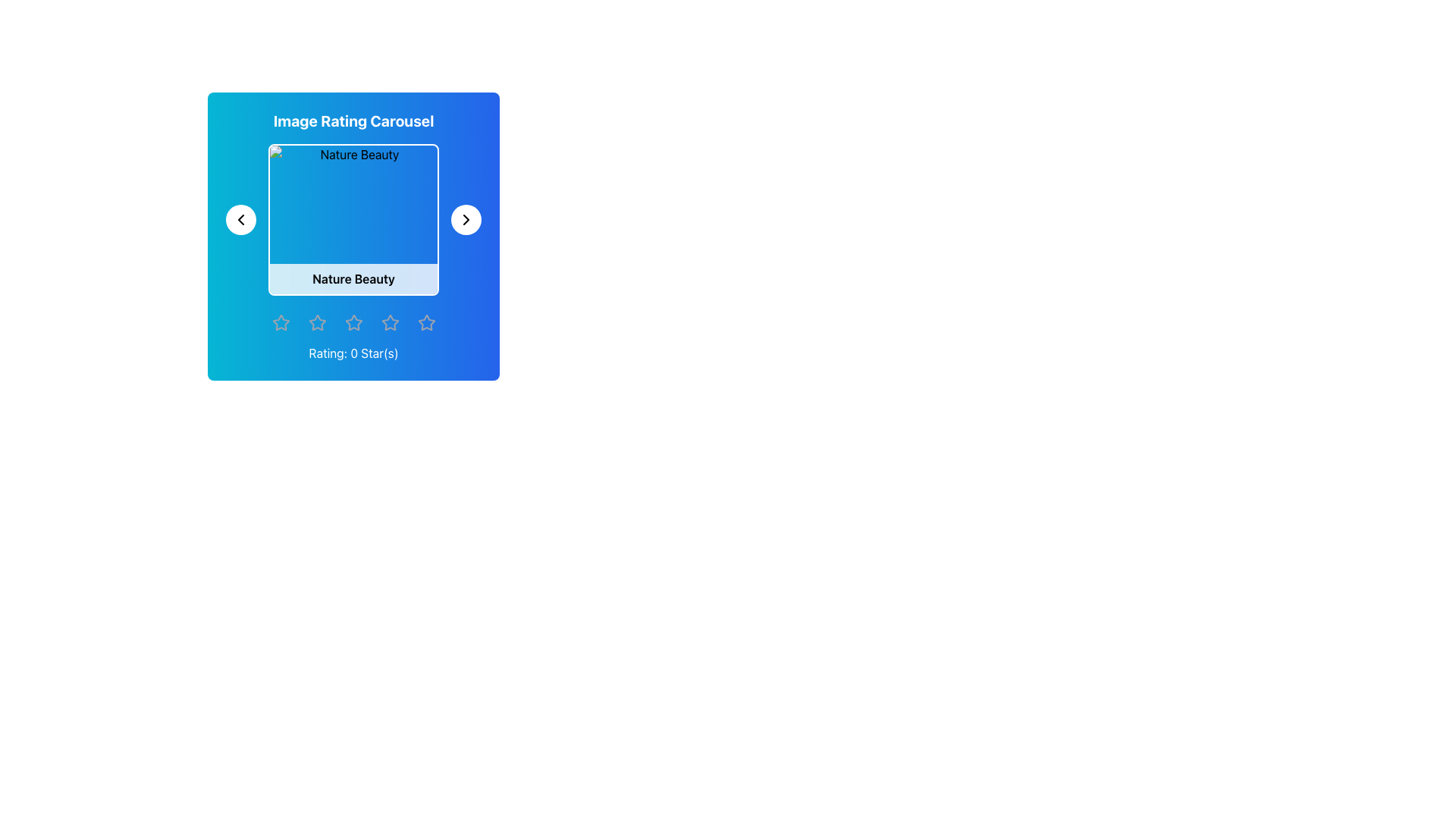 The width and height of the screenshot is (1456, 819). Describe the element at coordinates (281, 322) in the screenshot. I see `the first star in the Star Rating Button component located beneath the image rating widget labeled 'Rating: 0 Star(s)'` at that location.